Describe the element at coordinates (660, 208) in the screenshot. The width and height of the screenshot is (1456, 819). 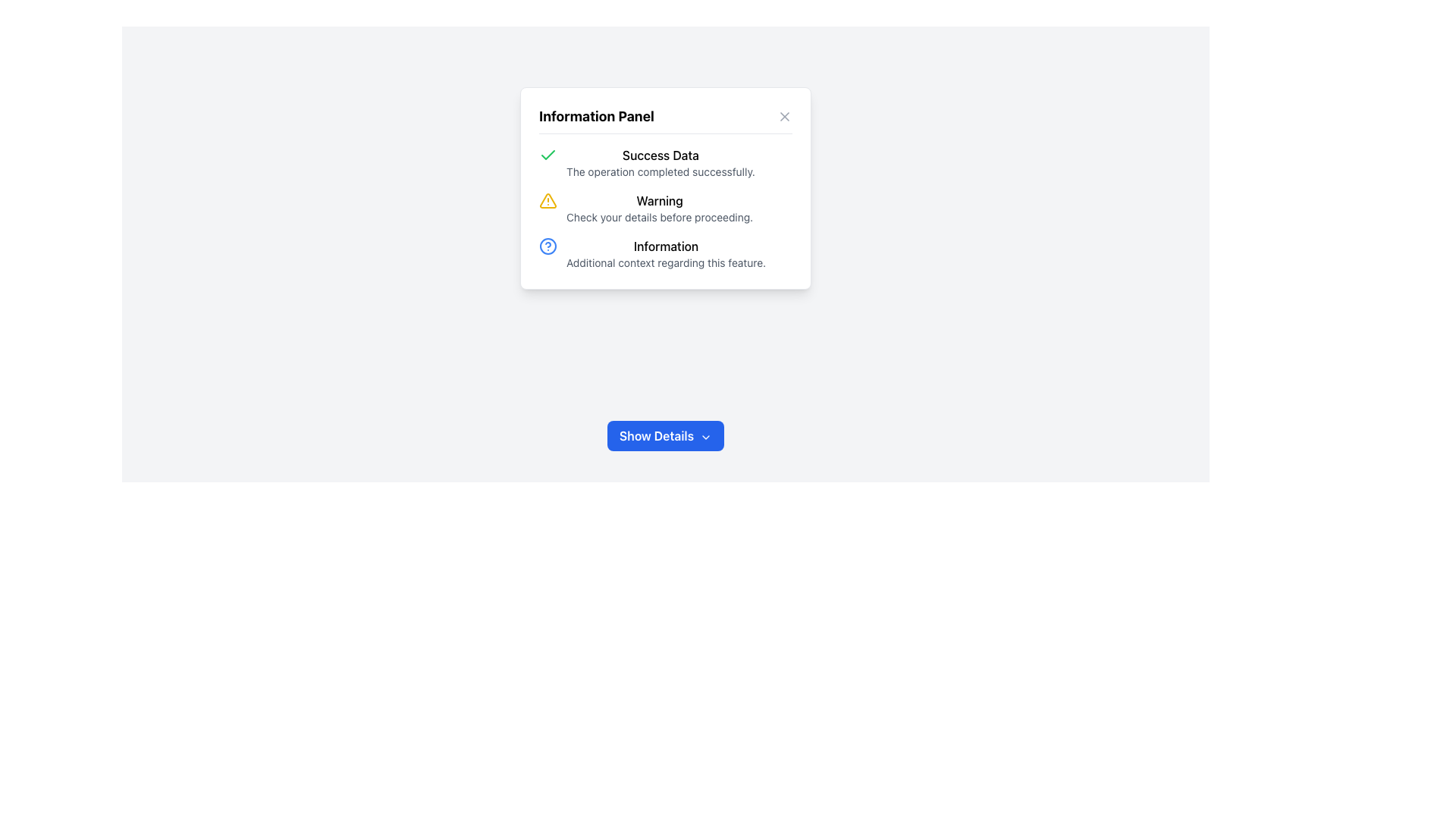
I see `the 'Warning' text in the Information Panel to possibly reveal more information` at that location.